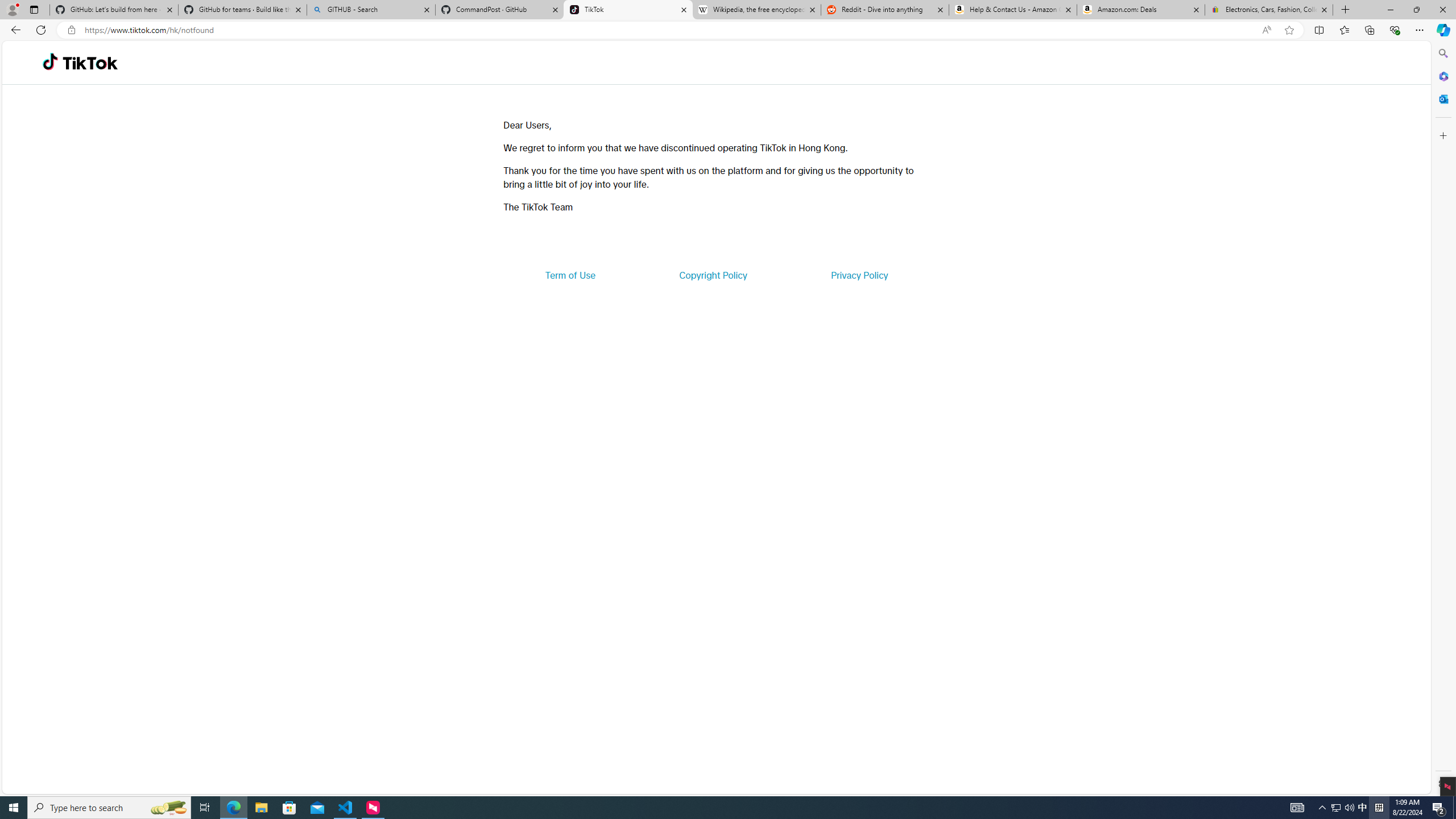 The width and height of the screenshot is (1456, 819). Describe the element at coordinates (755, 9) in the screenshot. I see `'Wikipedia, the free encyclopedia'` at that location.